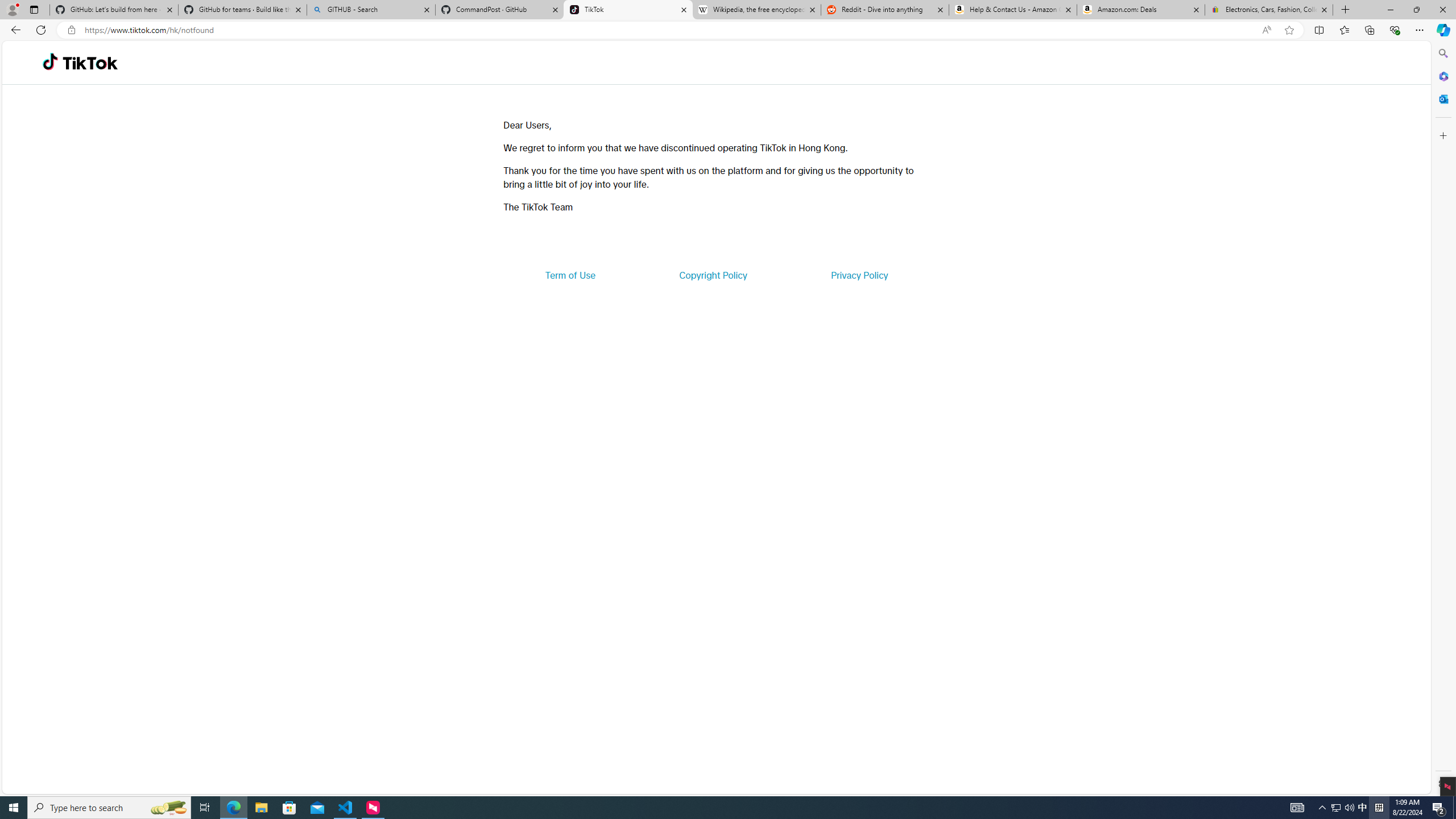 The width and height of the screenshot is (1456, 819). Describe the element at coordinates (755, 9) in the screenshot. I see `'Wikipedia, the free encyclopedia'` at that location.